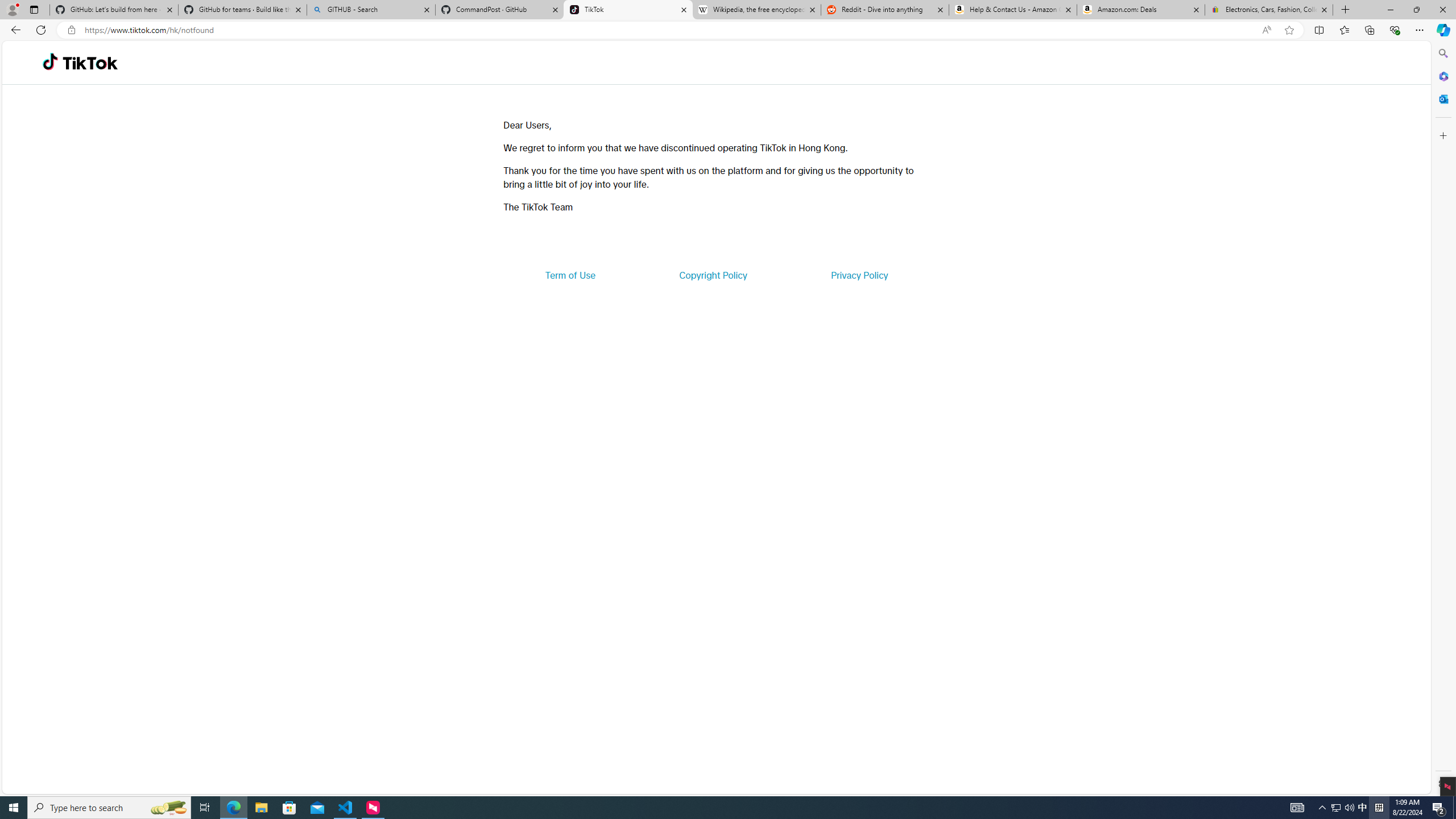 The width and height of the screenshot is (1456, 819). Describe the element at coordinates (755, 9) in the screenshot. I see `'Wikipedia, the free encyclopedia'` at that location.